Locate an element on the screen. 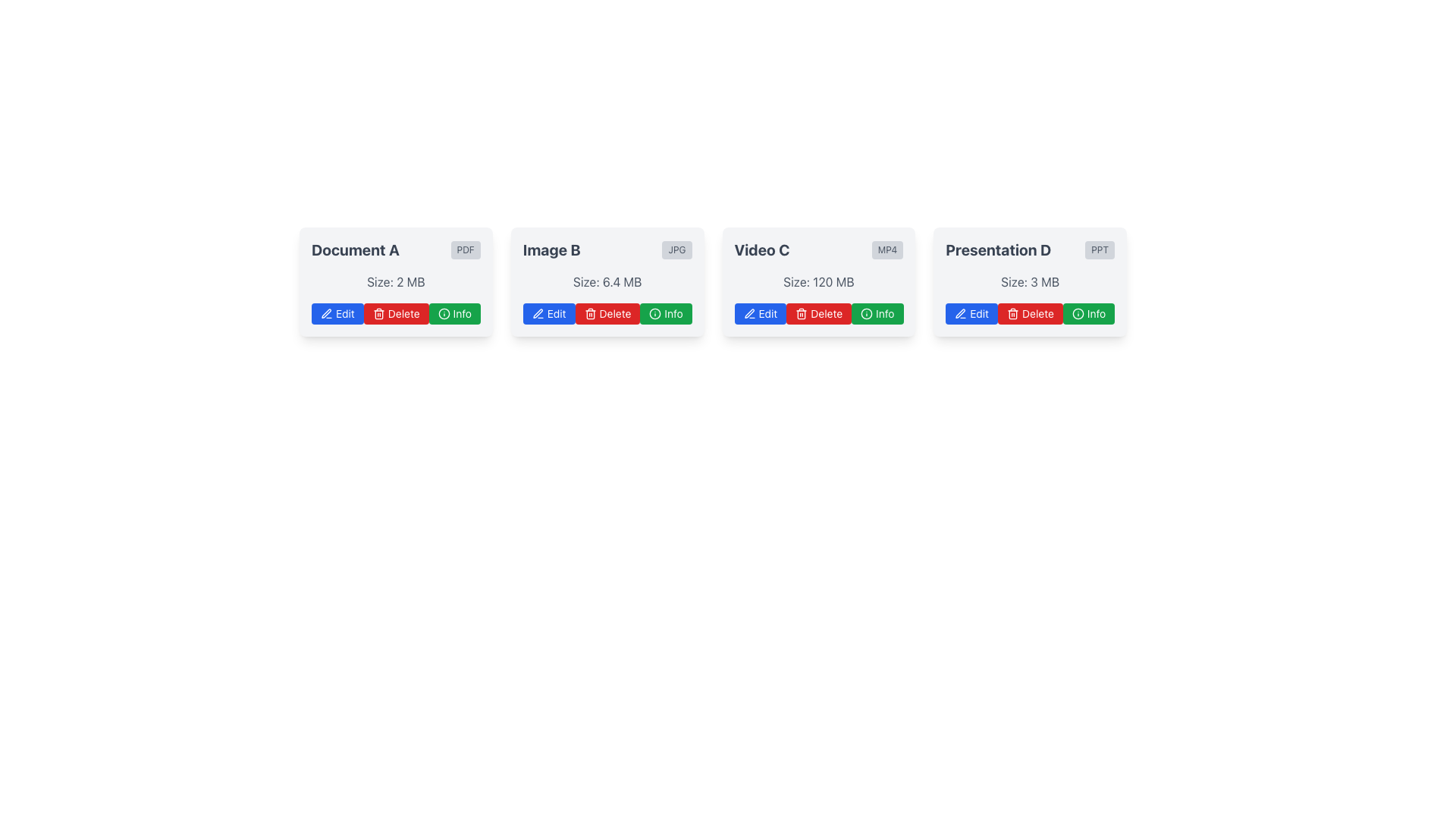  the rectangular red button labeled 'Delete' is located at coordinates (818, 312).